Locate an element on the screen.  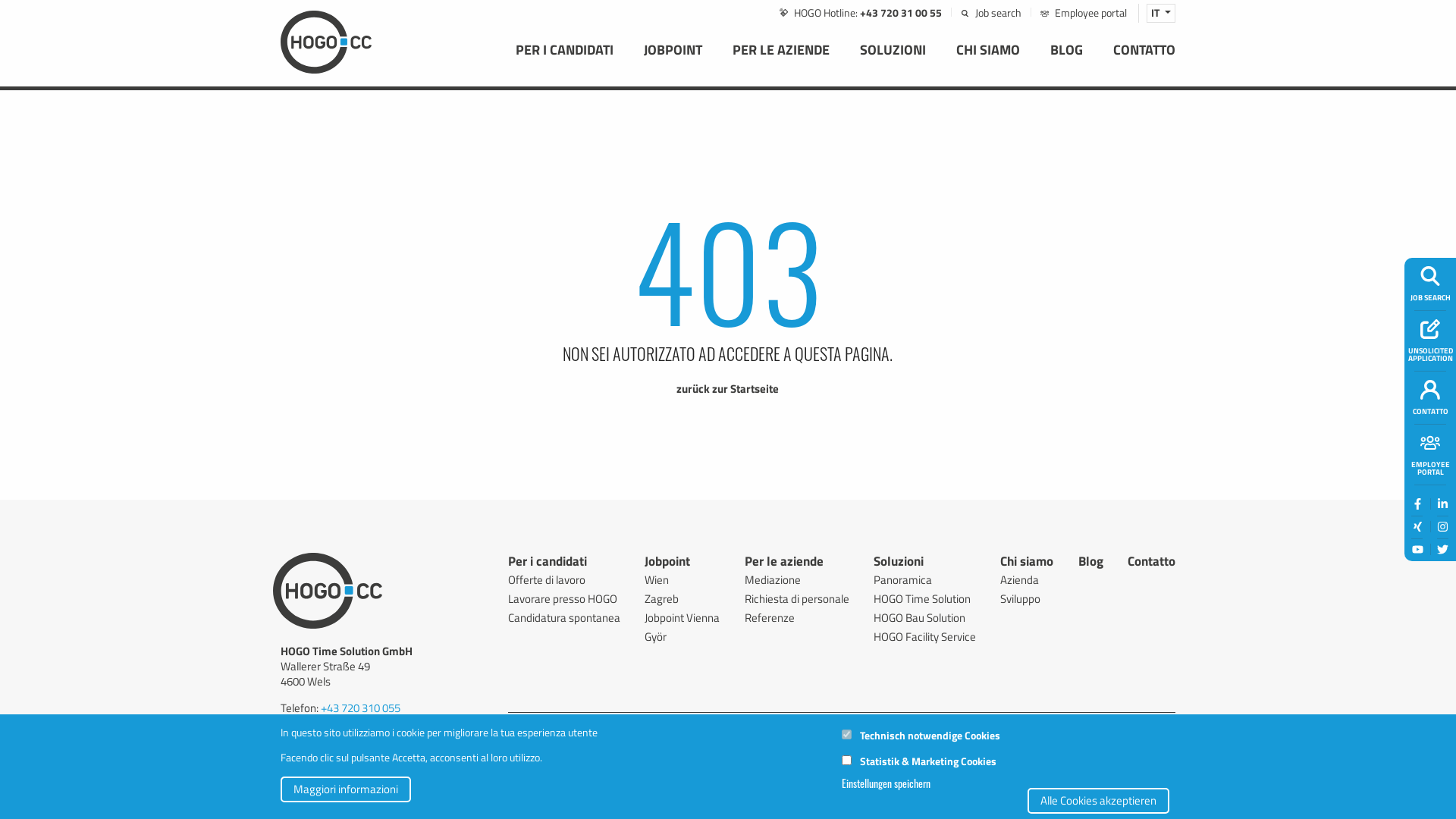
'Soluzioni' is located at coordinates (899, 563).